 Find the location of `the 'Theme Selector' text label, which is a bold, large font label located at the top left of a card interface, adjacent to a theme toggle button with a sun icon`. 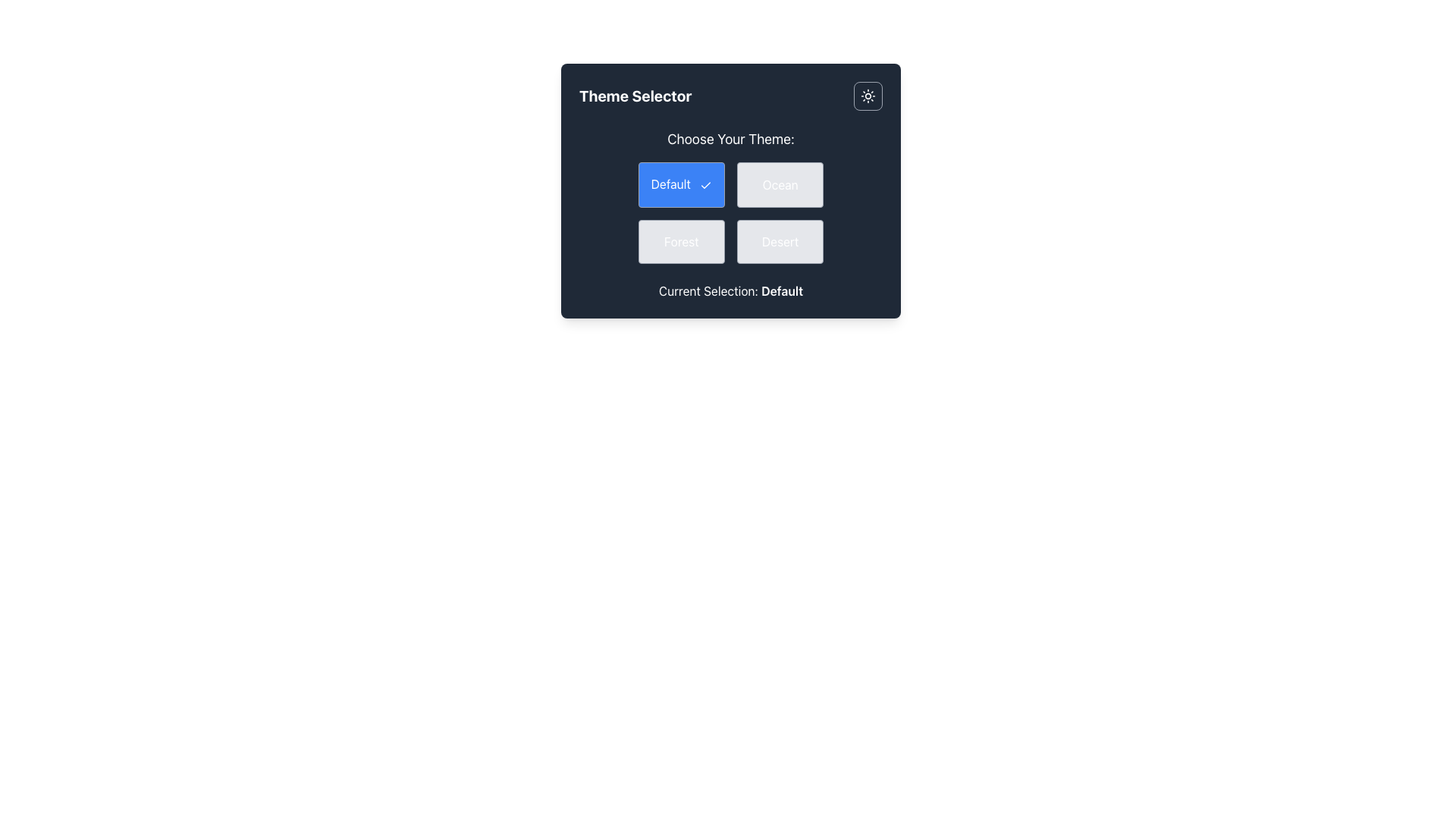

the 'Theme Selector' text label, which is a bold, large font label located at the top left of a card interface, adjacent to a theme toggle button with a sun icon is located at coordinates (635, 96).